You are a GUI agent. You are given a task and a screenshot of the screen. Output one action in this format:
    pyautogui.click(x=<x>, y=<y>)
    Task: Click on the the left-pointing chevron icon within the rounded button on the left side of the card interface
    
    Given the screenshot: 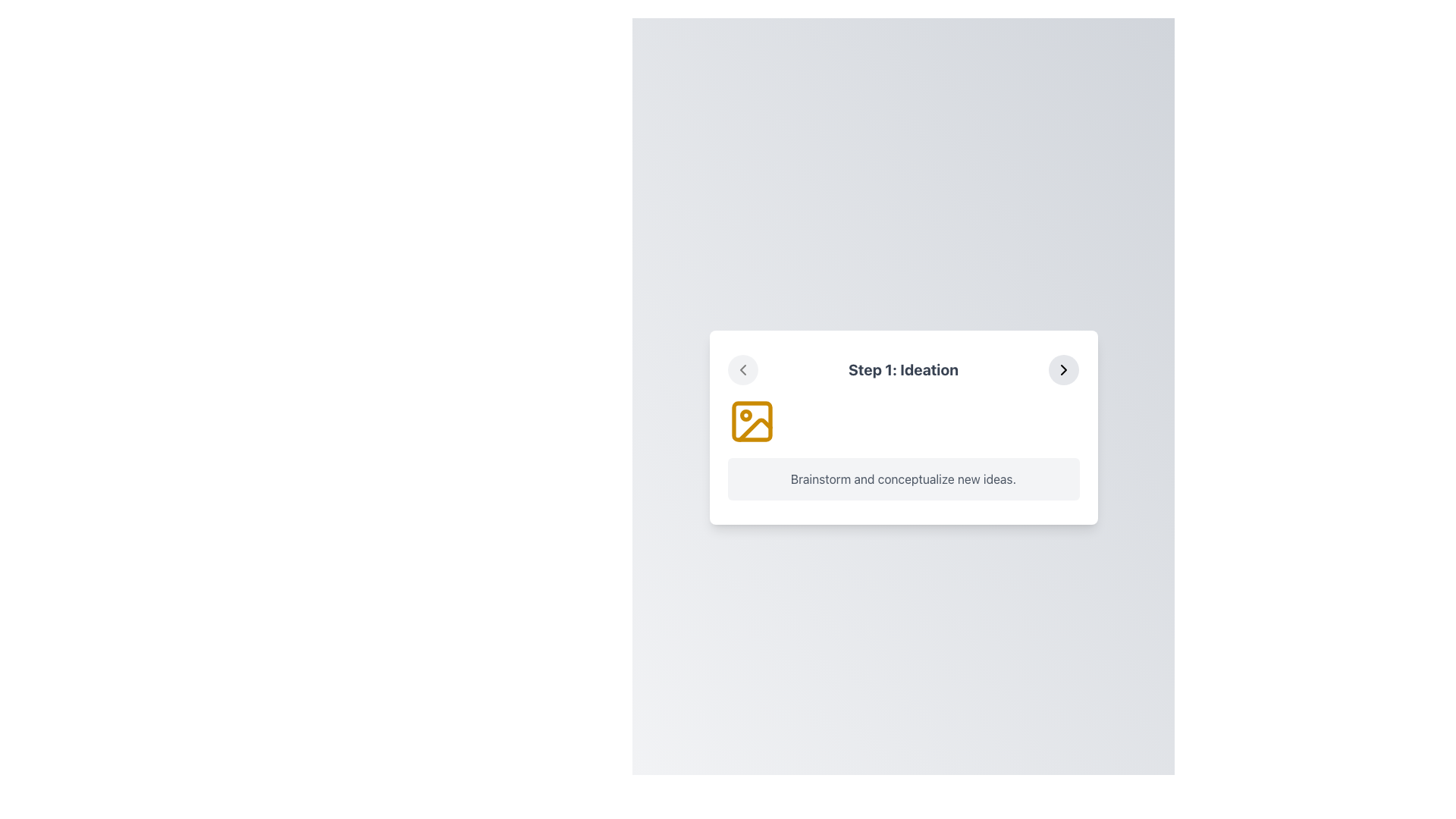 What is the action you would take?
    pyautogui.click(x=742, y=370)
    